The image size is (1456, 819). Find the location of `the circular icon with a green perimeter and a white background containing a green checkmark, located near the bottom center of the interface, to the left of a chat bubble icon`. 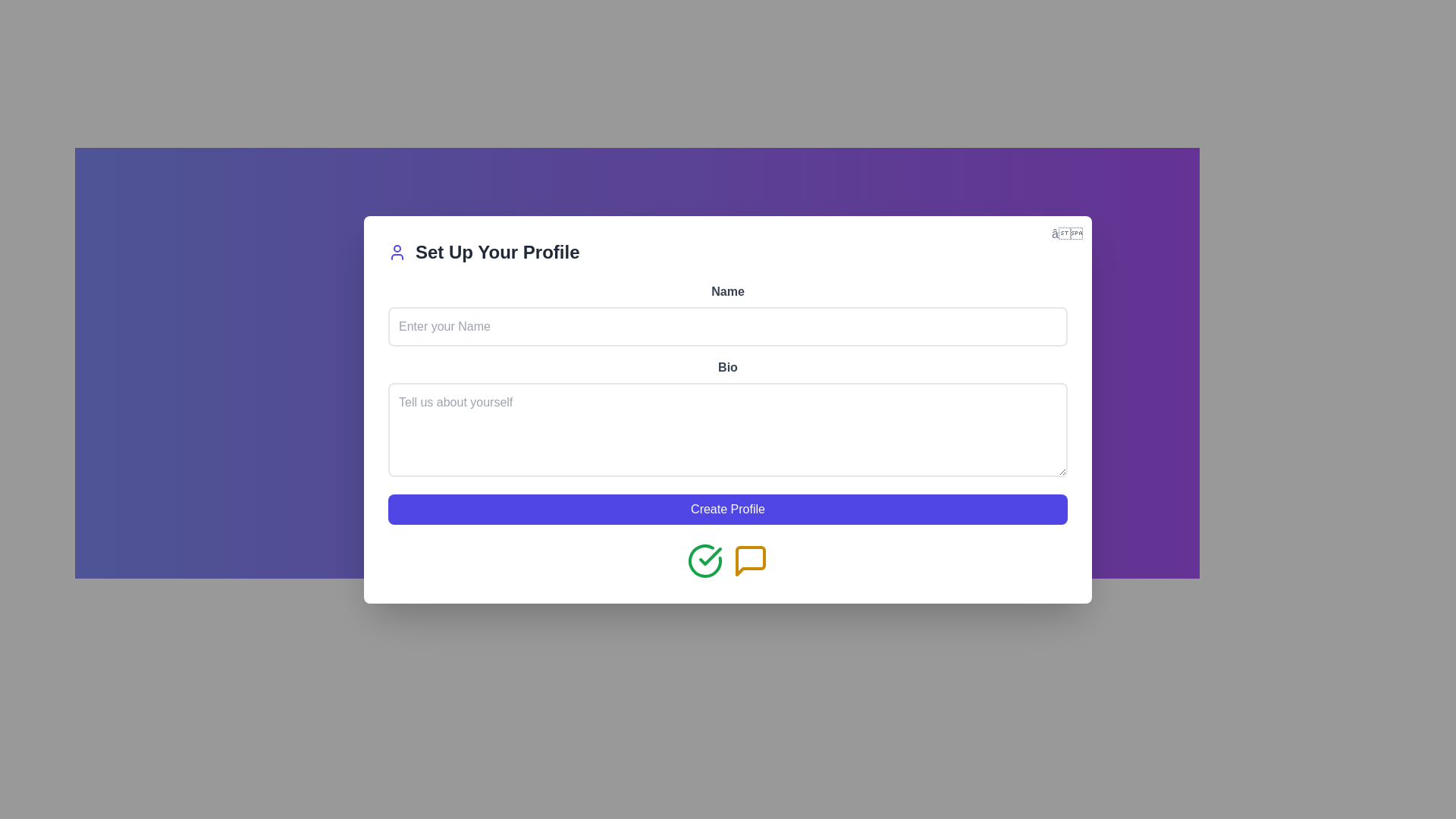

the circular icon with a green perimeter and a white background containing a green checkmark, located near the bottom center of the interface, to the left of a chat bubble icon is located at coordinates (704, 560).